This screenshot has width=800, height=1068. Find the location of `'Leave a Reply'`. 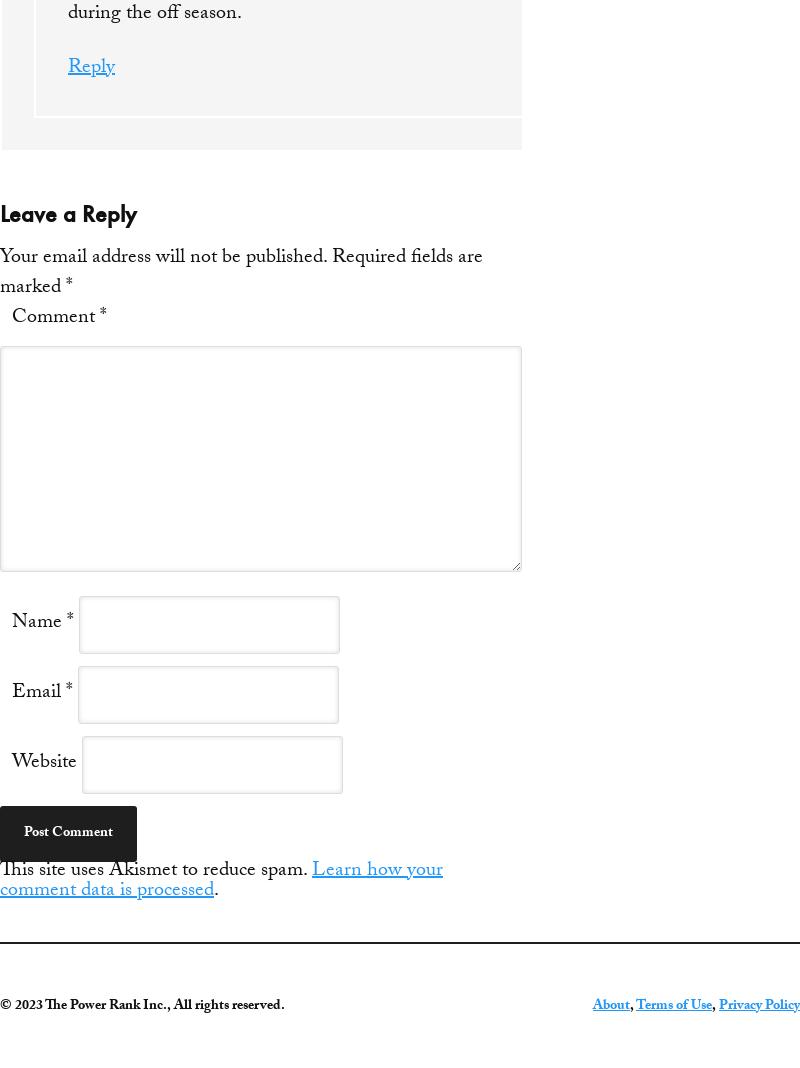

'Leave a Reply' is located at coordinates (68, 212).